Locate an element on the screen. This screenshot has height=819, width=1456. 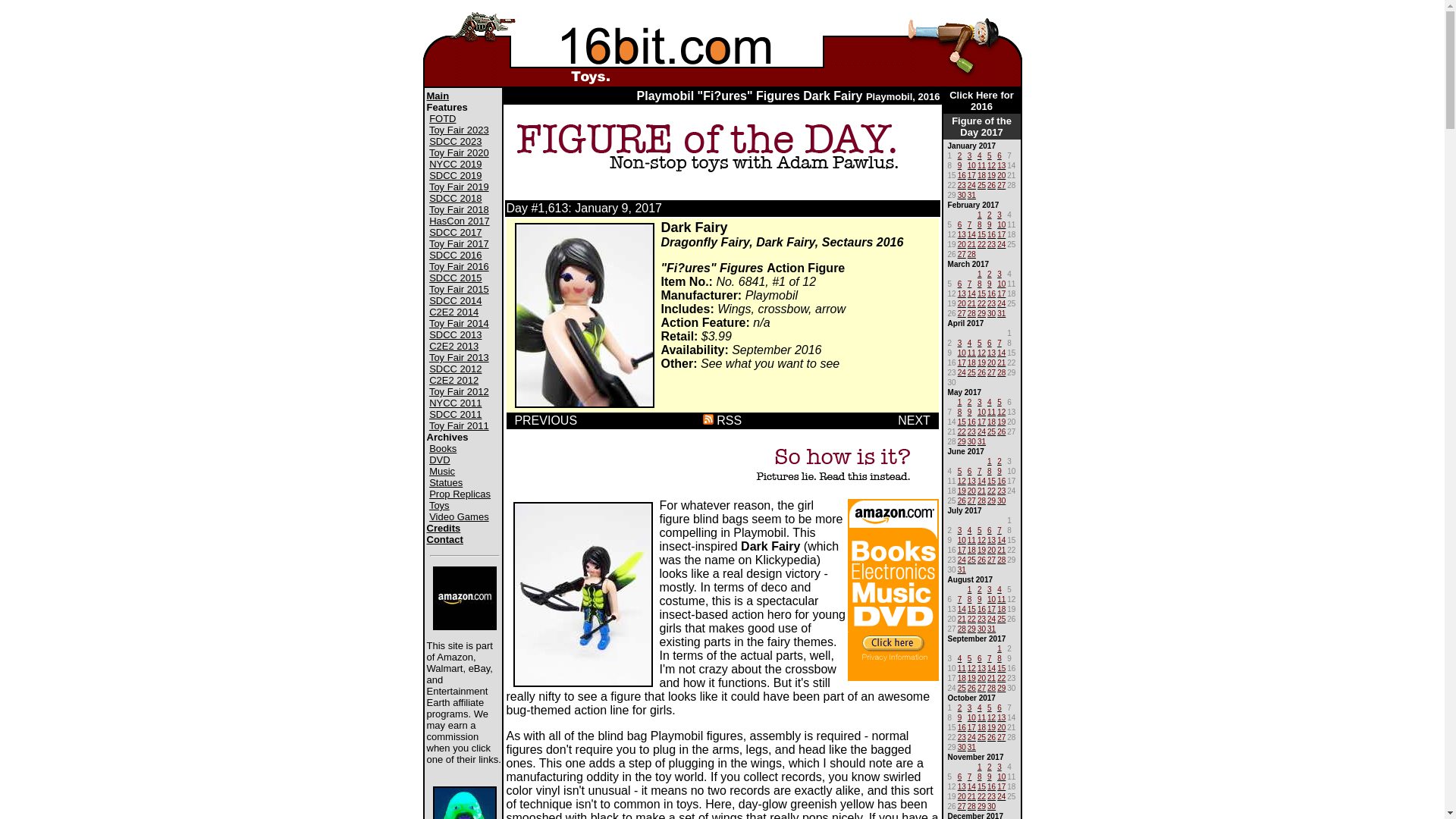
'21' is located at coordinates (967, 242).